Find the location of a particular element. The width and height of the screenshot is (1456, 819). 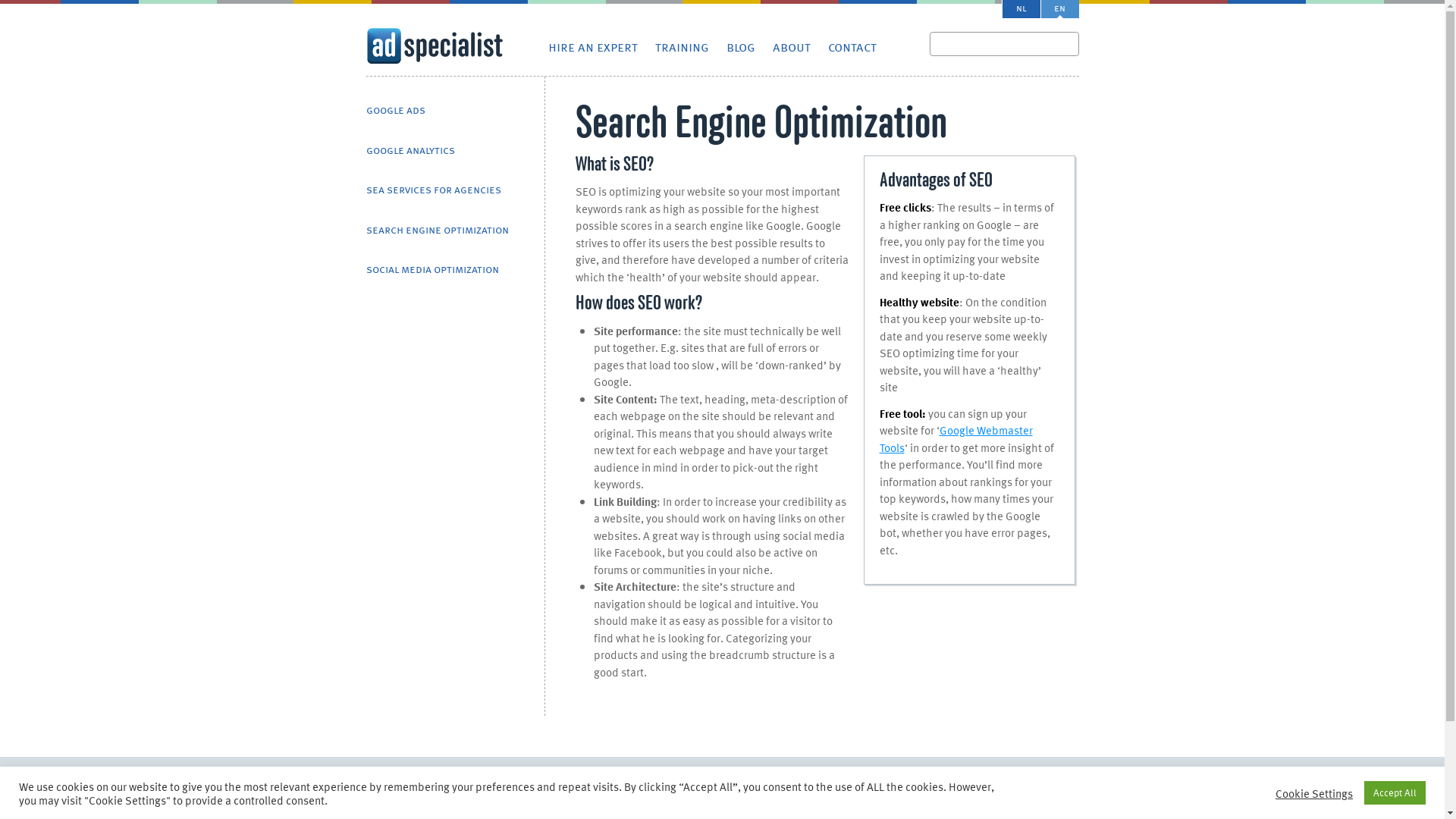

'Accept All' is located at coordinates (1364, 792).